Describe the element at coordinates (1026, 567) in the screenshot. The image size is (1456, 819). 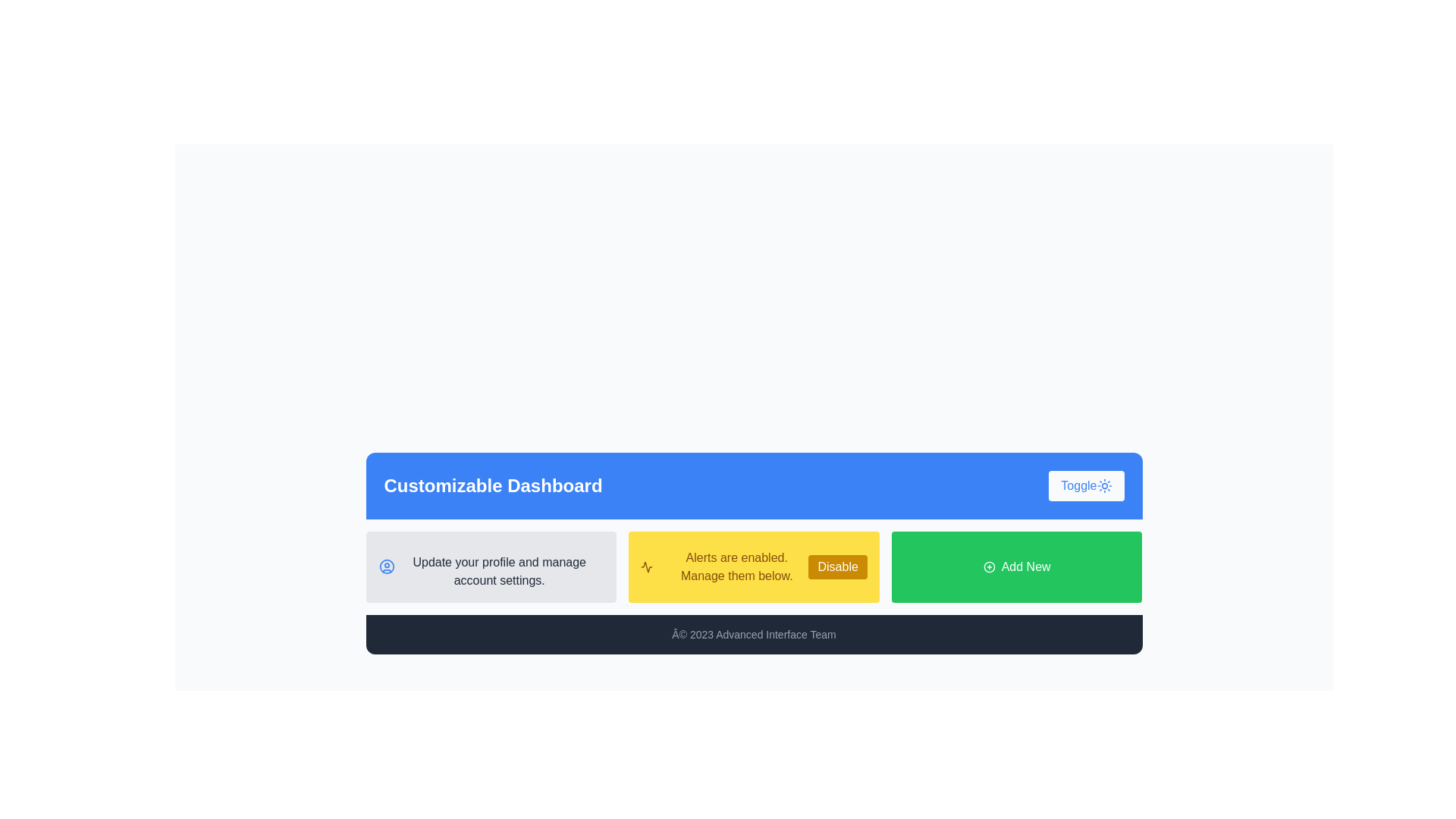
I see `the text label within the green rectangular button that indicates adding something new, located at the bottom-right corner of the interface` at that location.